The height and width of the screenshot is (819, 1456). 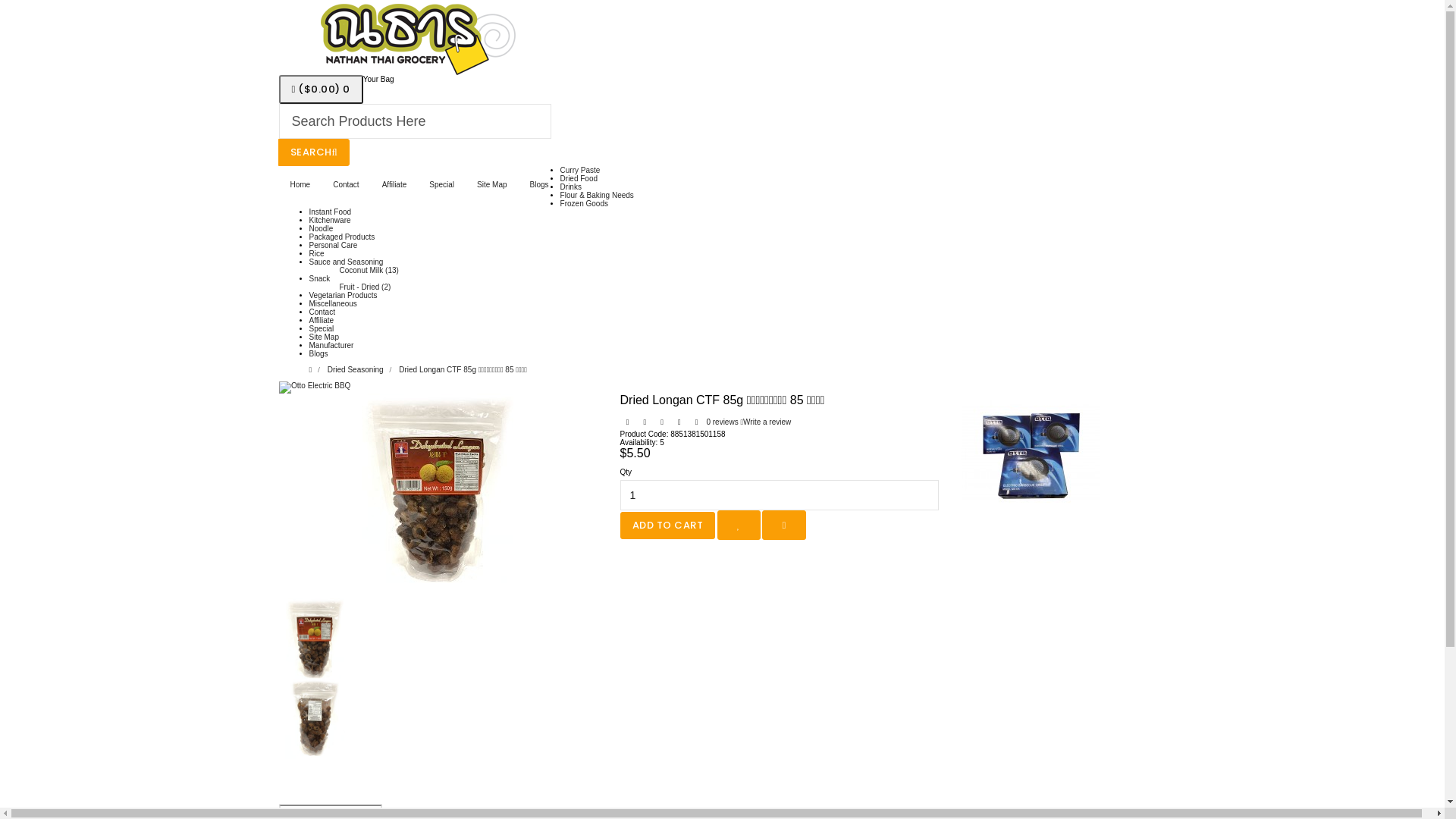 I want to click on 'SEARCH', so click(x=312, y=152).